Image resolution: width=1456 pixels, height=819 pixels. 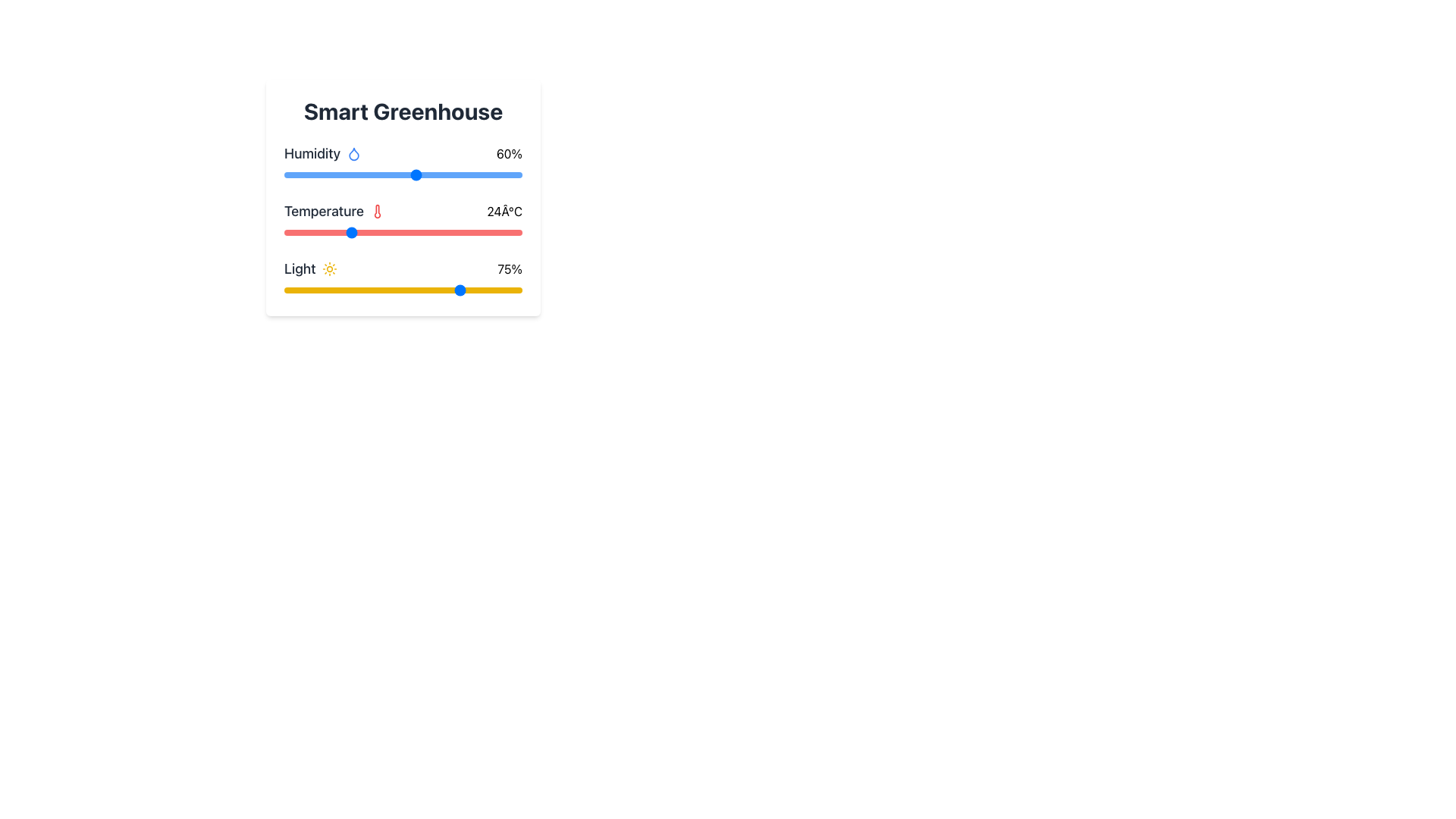 What do you see at coordinates (436, 290) in the screenshot?
I see `light intensity` at bounding box center [436, 290].